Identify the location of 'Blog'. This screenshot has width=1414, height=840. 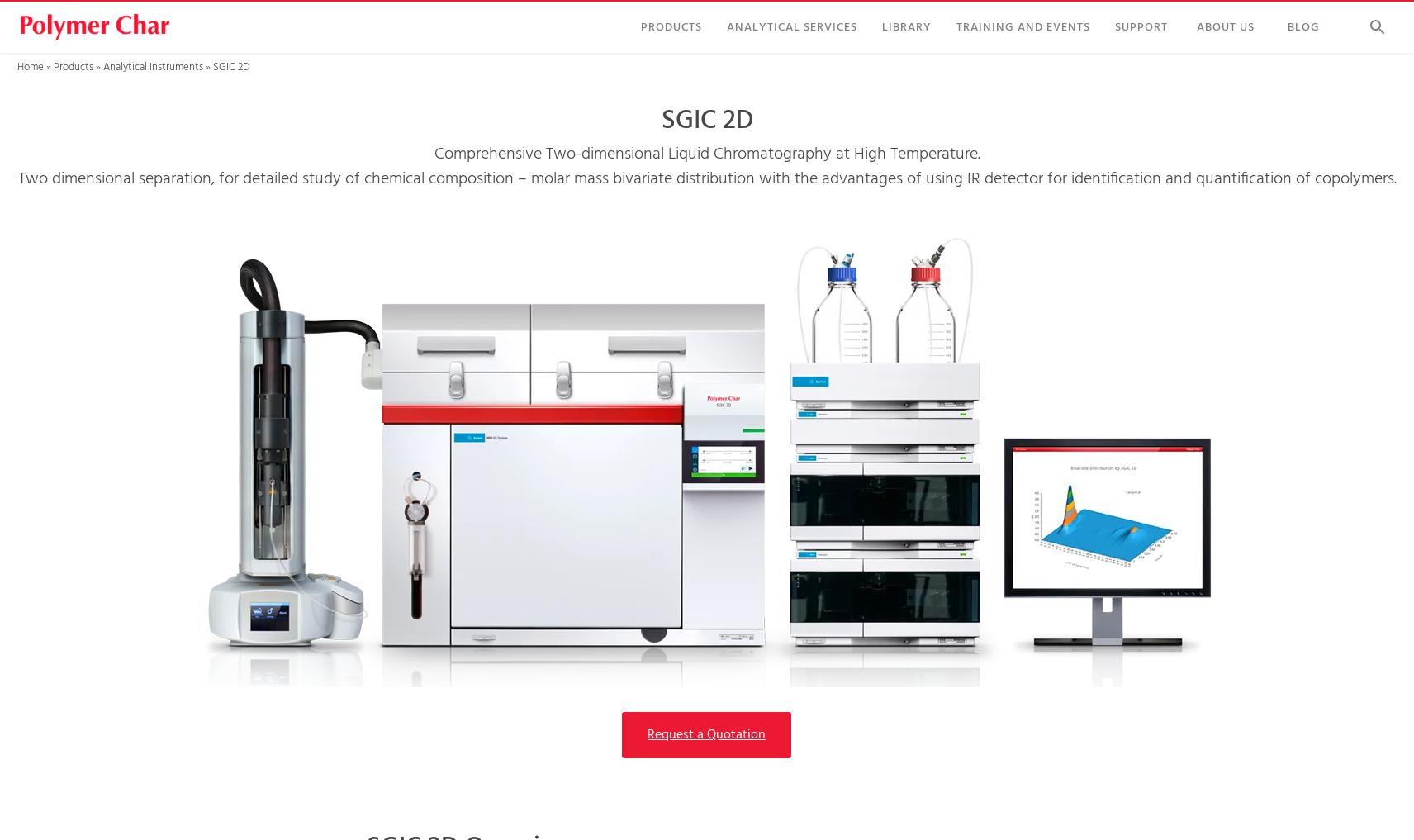
(1303, 26).